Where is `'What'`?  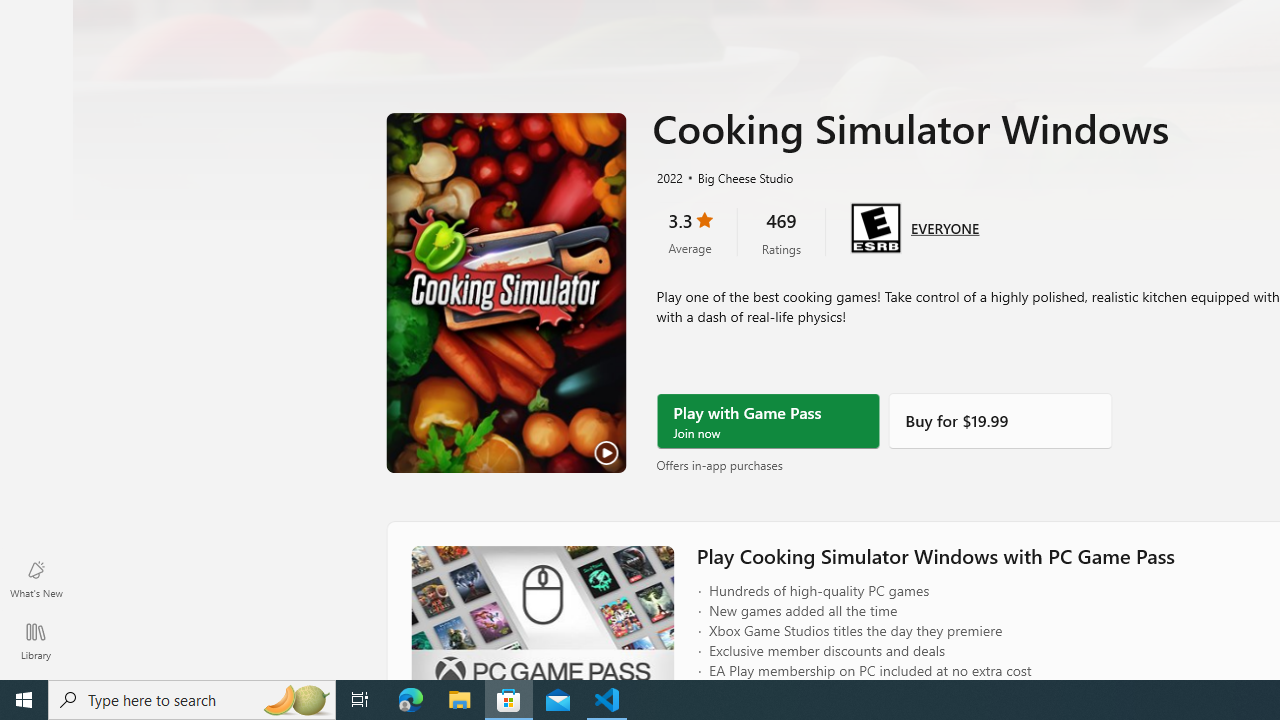
'What' is located at coordinates (35, 578).